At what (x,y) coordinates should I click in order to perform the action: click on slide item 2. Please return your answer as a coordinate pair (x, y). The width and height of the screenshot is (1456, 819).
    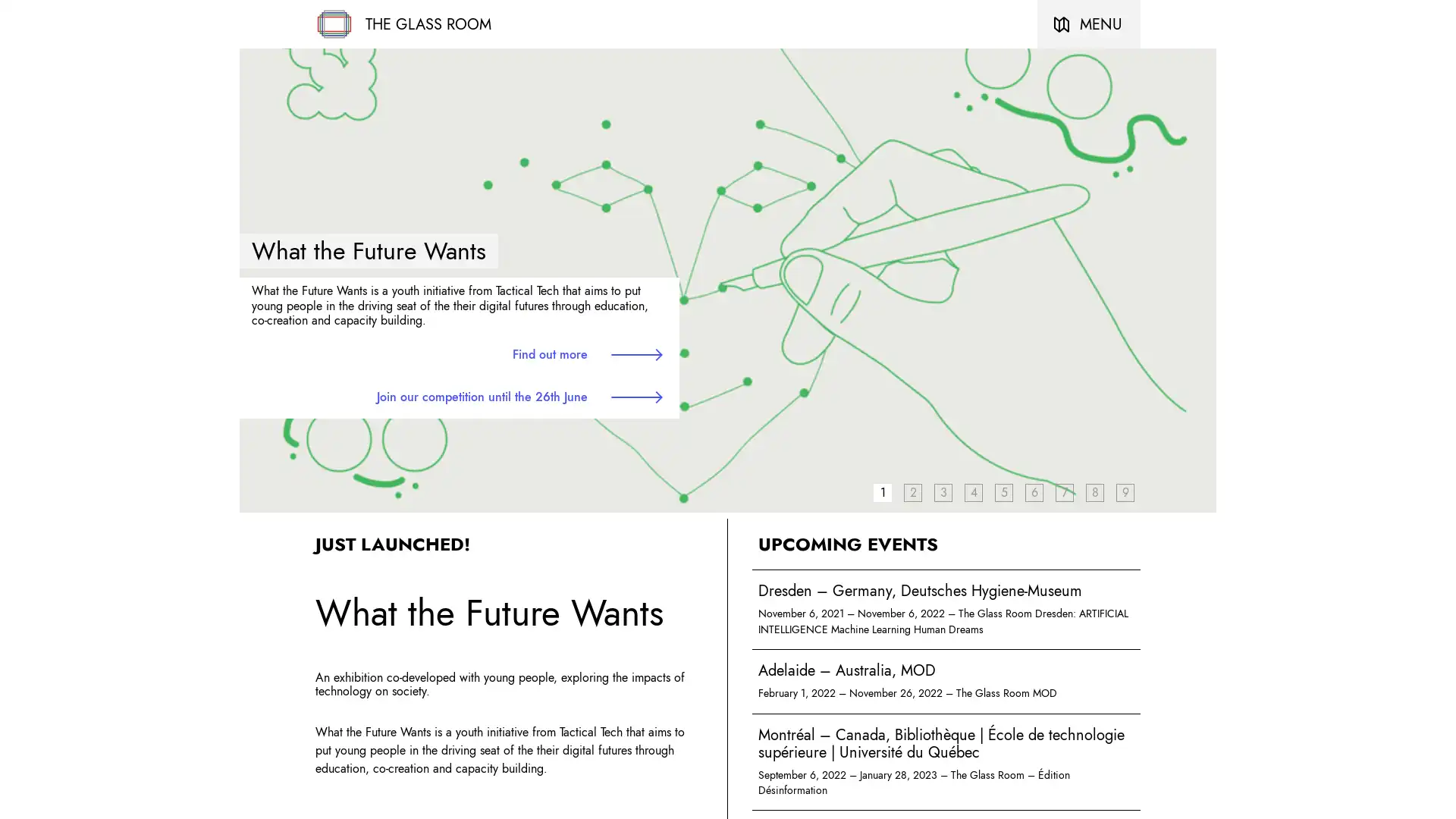
    Looking at the image, I should click on (912, 491).